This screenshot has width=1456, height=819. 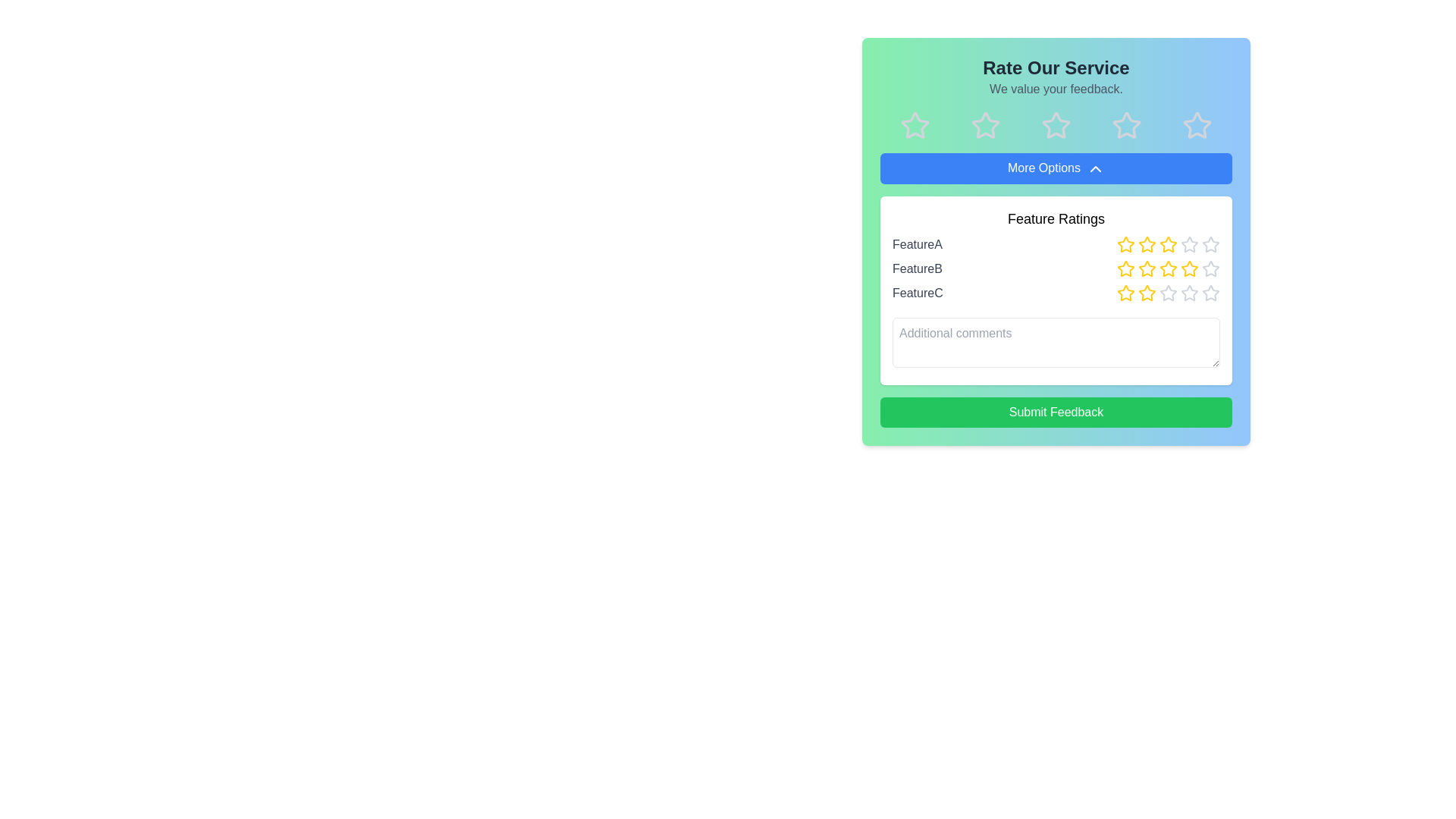 What do you see at coordinates (1210, 268) in the screenshot?
I see `the 5th star-shaped Rating Star Icon, which is located to the right of the 'FeatureB' label in the 'Feature Ratings' section of the feedback form` at bounding box center [1210, 268].